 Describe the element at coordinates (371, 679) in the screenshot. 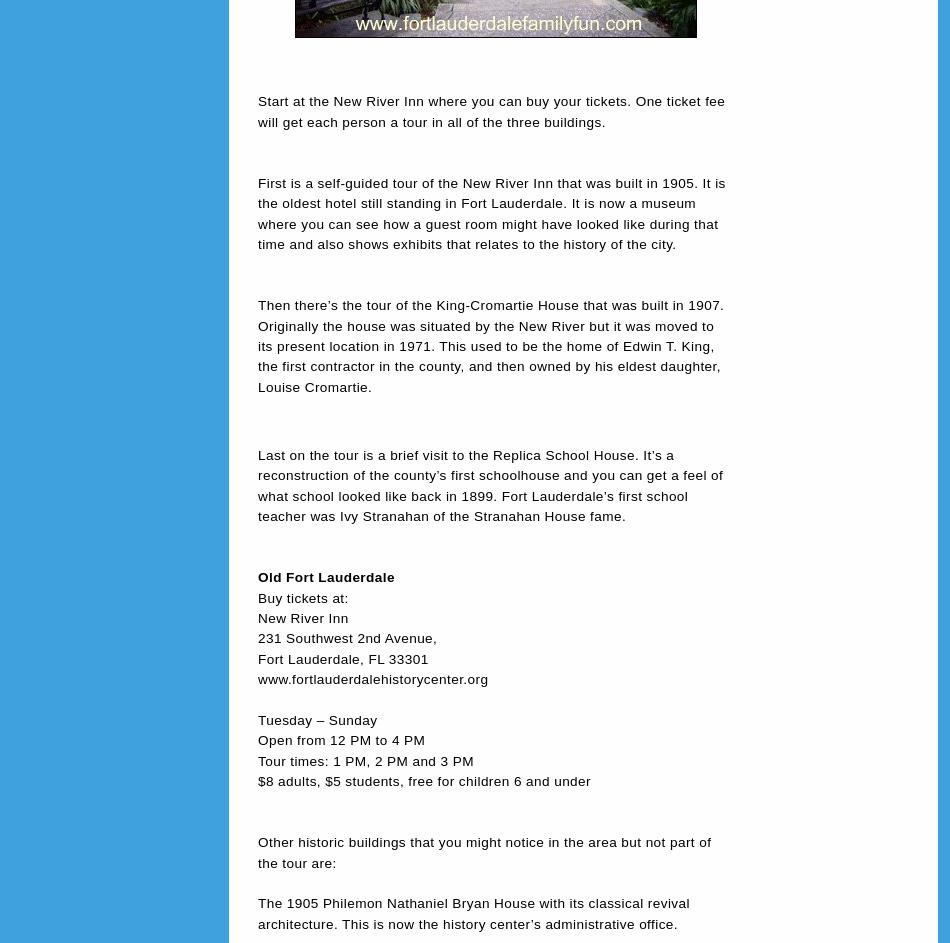

I see `'www.fortlauderdalehistorycenter.org'` at that location.